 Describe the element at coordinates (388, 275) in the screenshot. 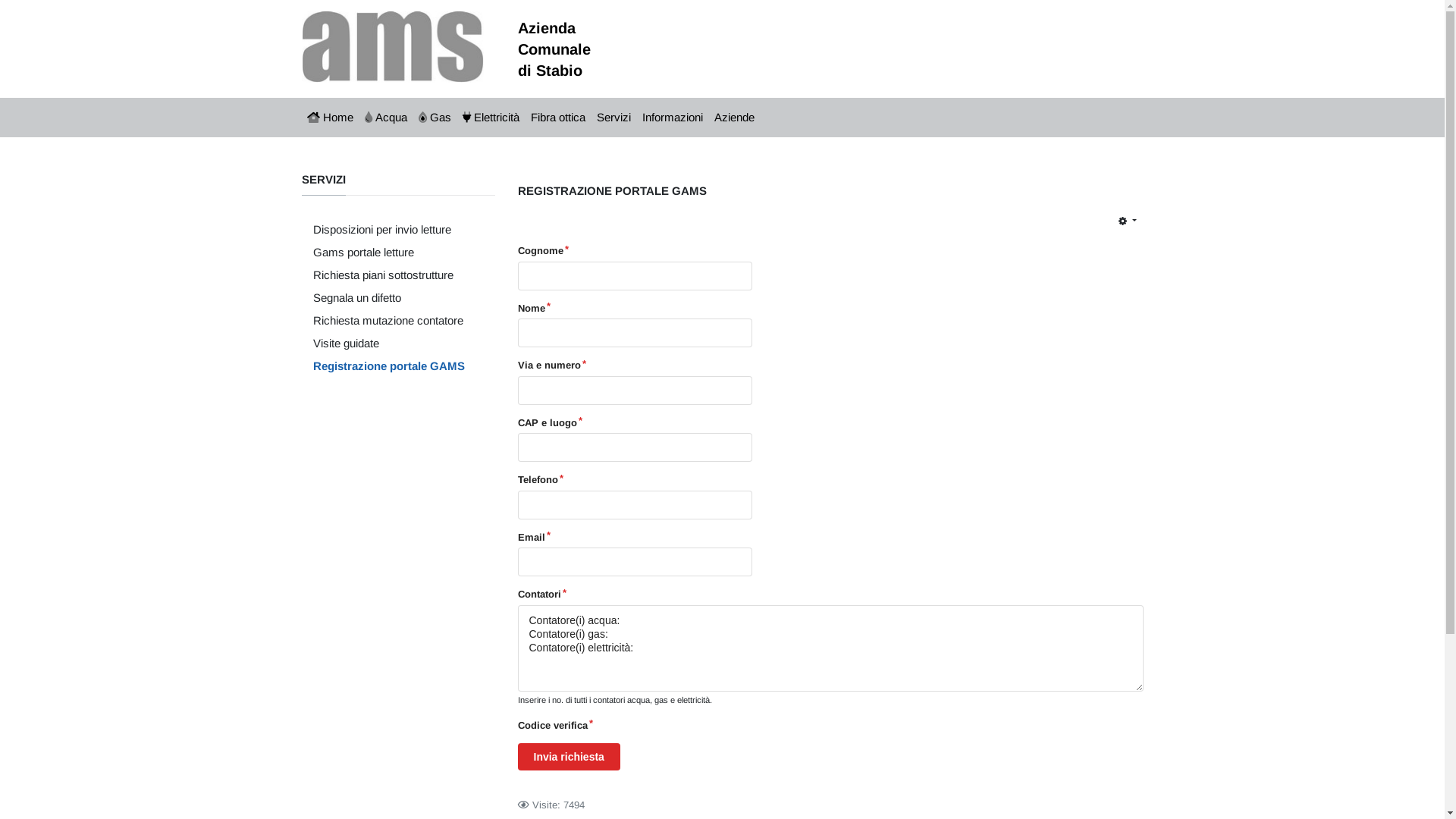

I see `'Richiesta piani sottostrutture'` at that location.